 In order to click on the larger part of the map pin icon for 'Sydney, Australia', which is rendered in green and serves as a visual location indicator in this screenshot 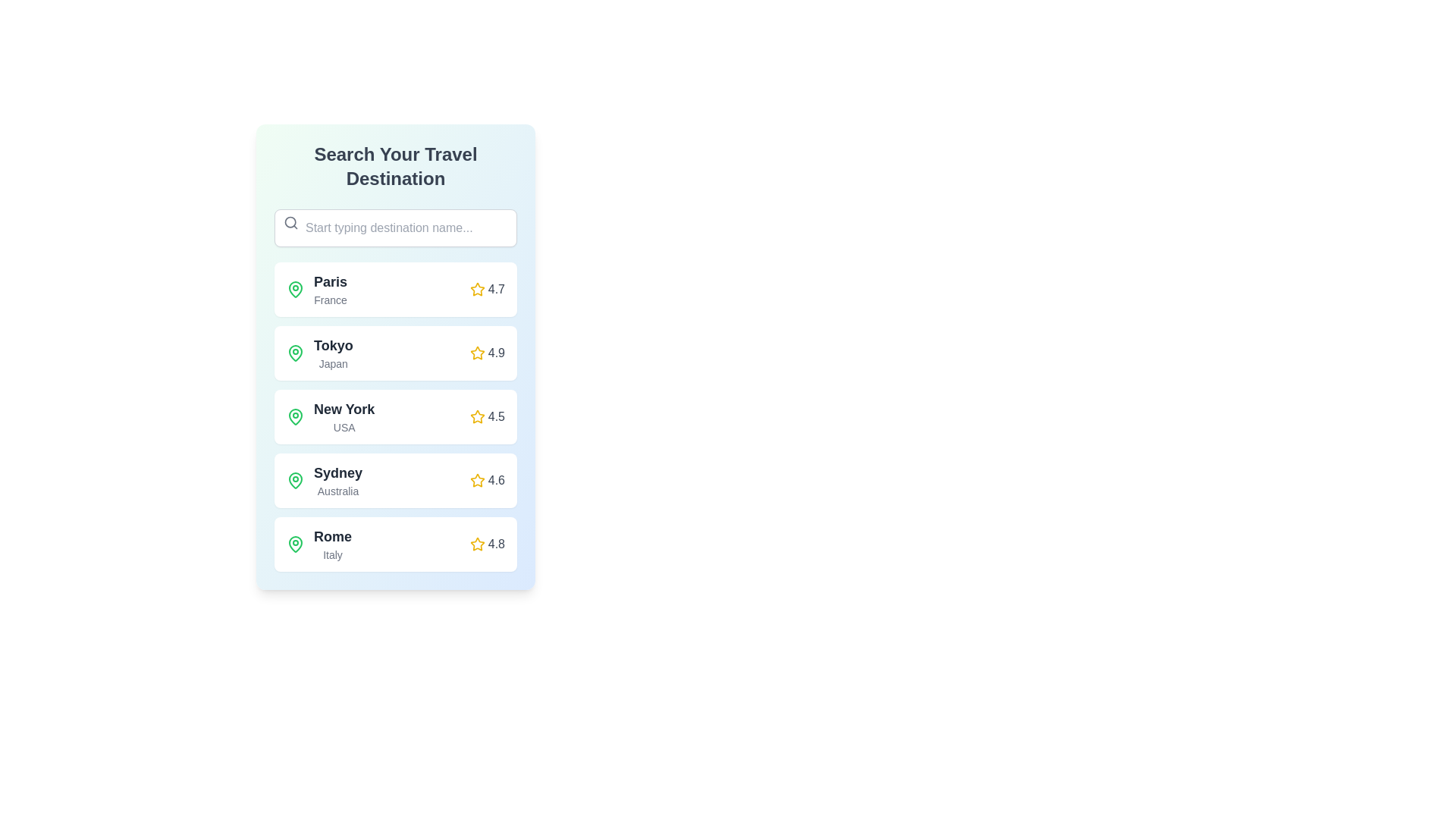, I will do `click(295, 479)`.